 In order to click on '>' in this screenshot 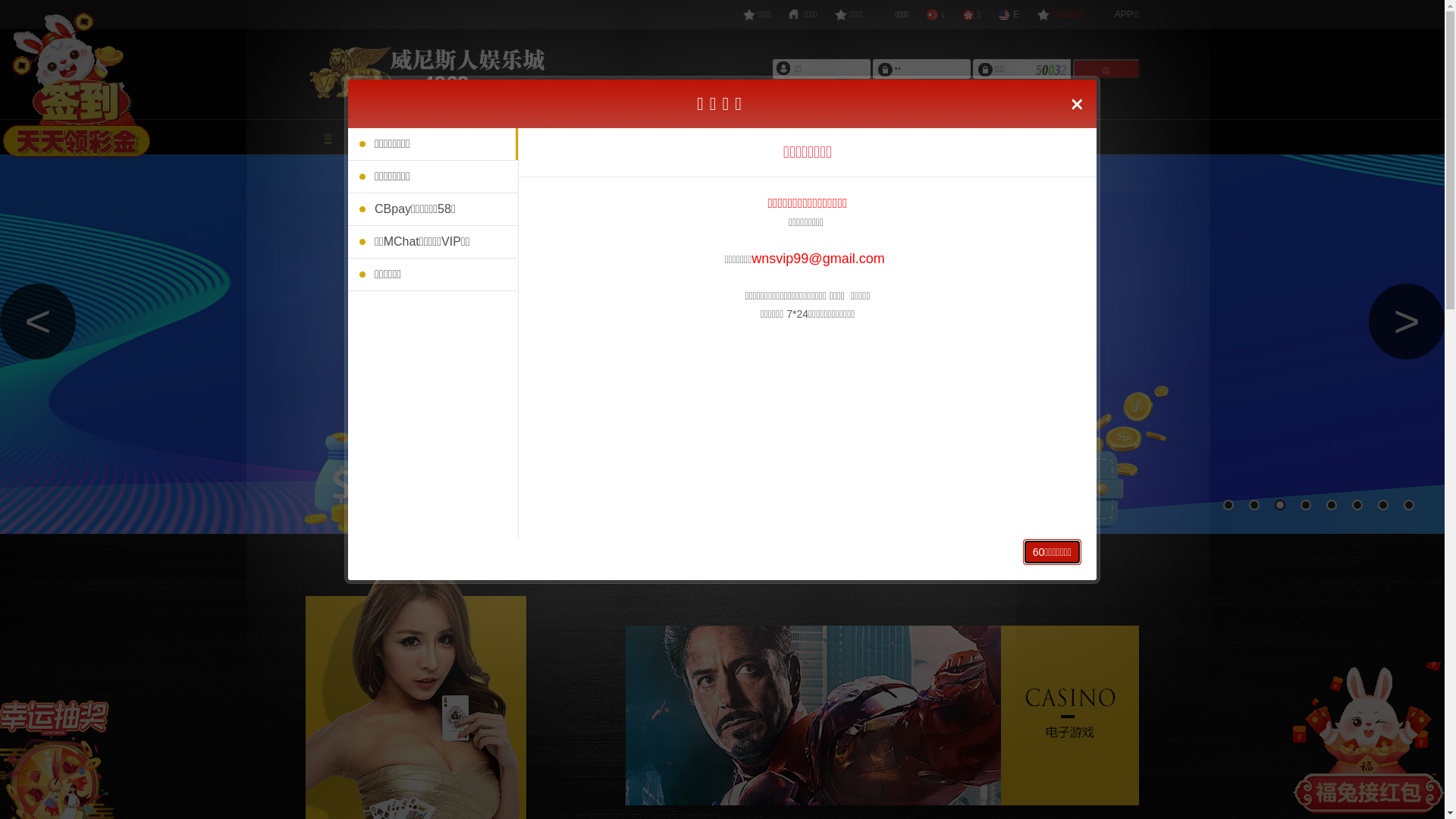, I will do `click(1405, 321)`.